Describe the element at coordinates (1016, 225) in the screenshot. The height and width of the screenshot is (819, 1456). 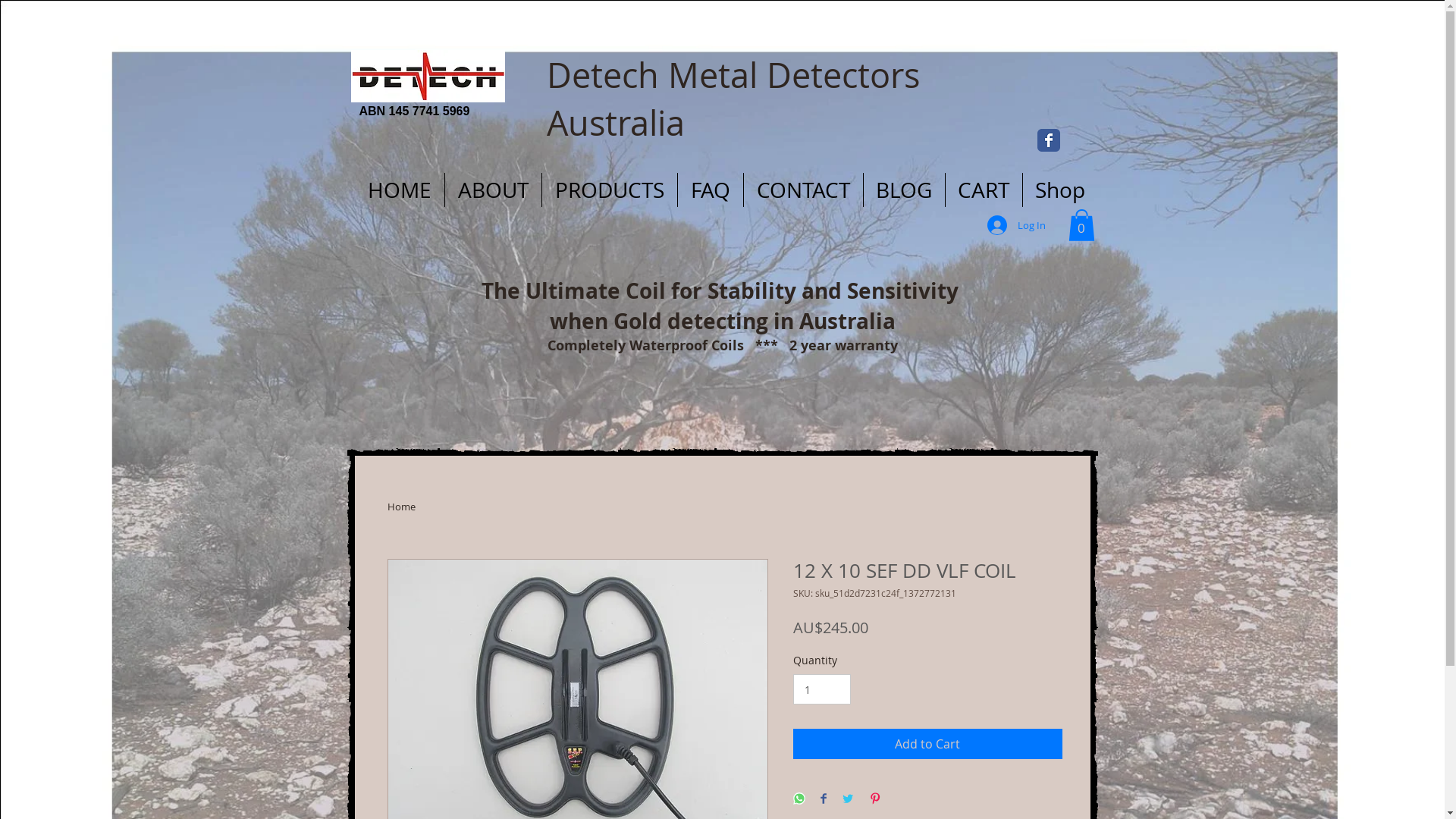
I see `'Log In'` at that location.